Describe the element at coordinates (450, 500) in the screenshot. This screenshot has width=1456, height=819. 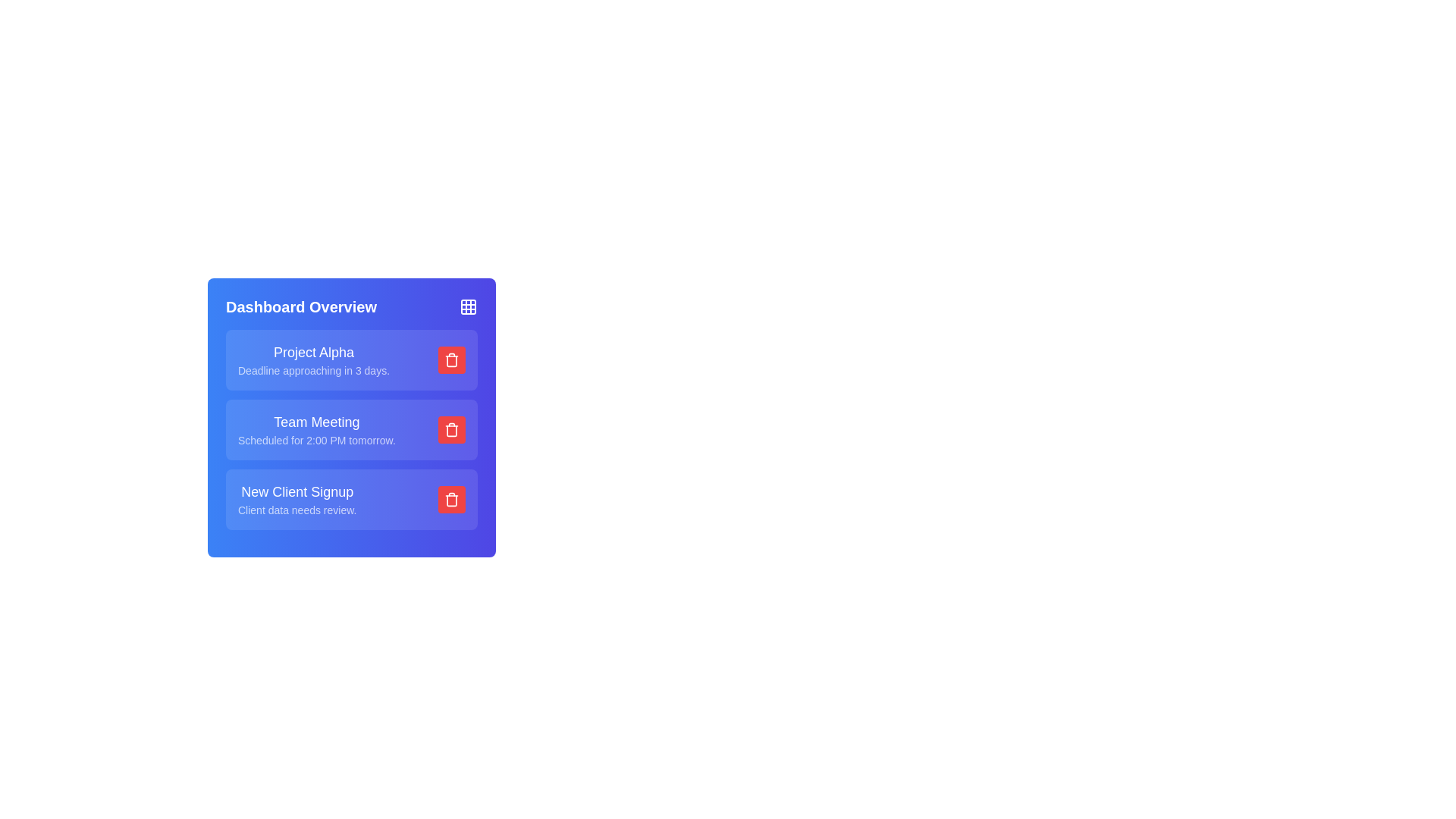
I see `the red delete button with a white-trashcan icon located at the bottom-right corner of the 'New Client Signup' card to observe its color change` at that location.